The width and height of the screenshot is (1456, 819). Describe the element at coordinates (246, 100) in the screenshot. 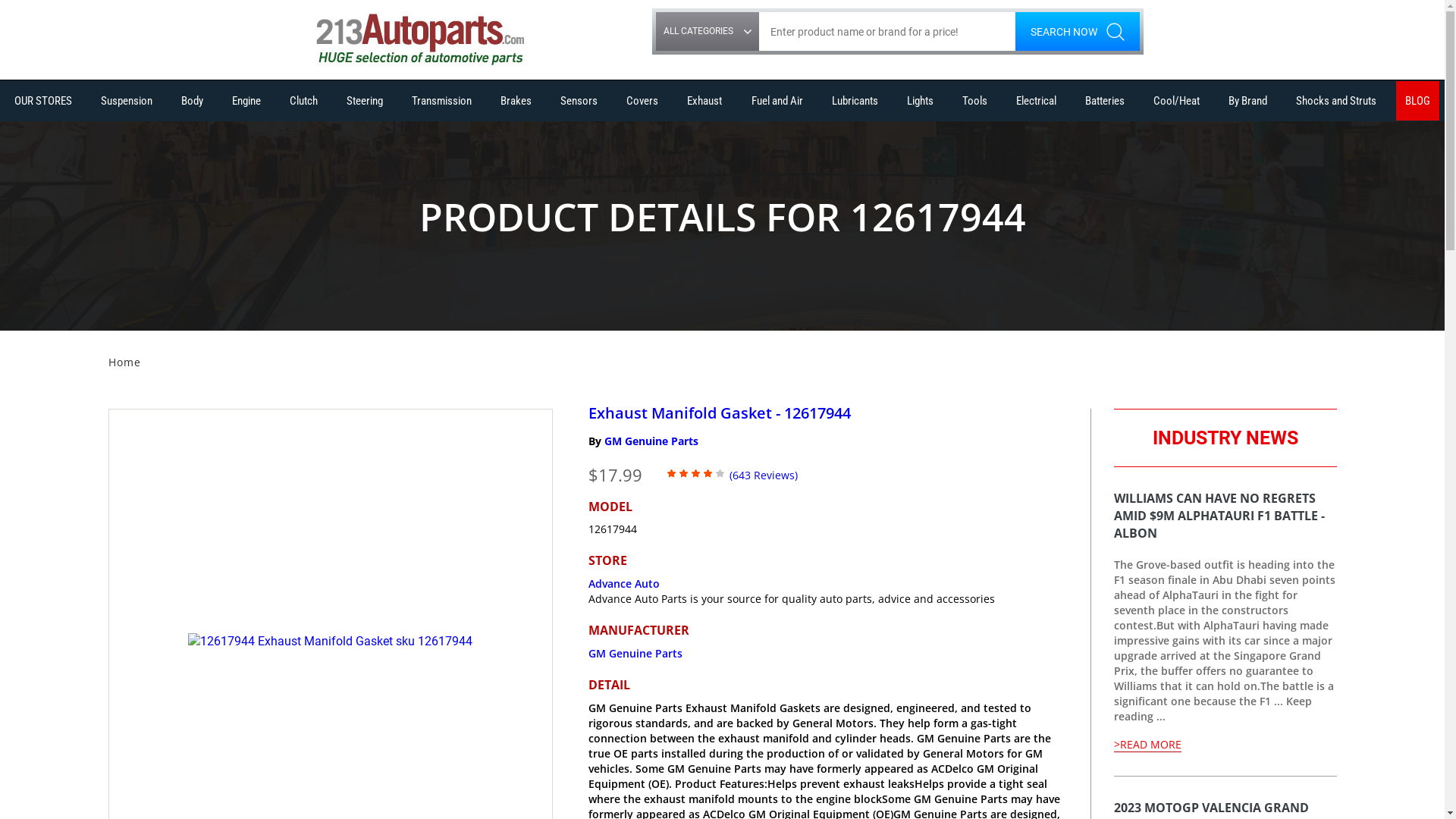

I see `'Engine'` at that location.